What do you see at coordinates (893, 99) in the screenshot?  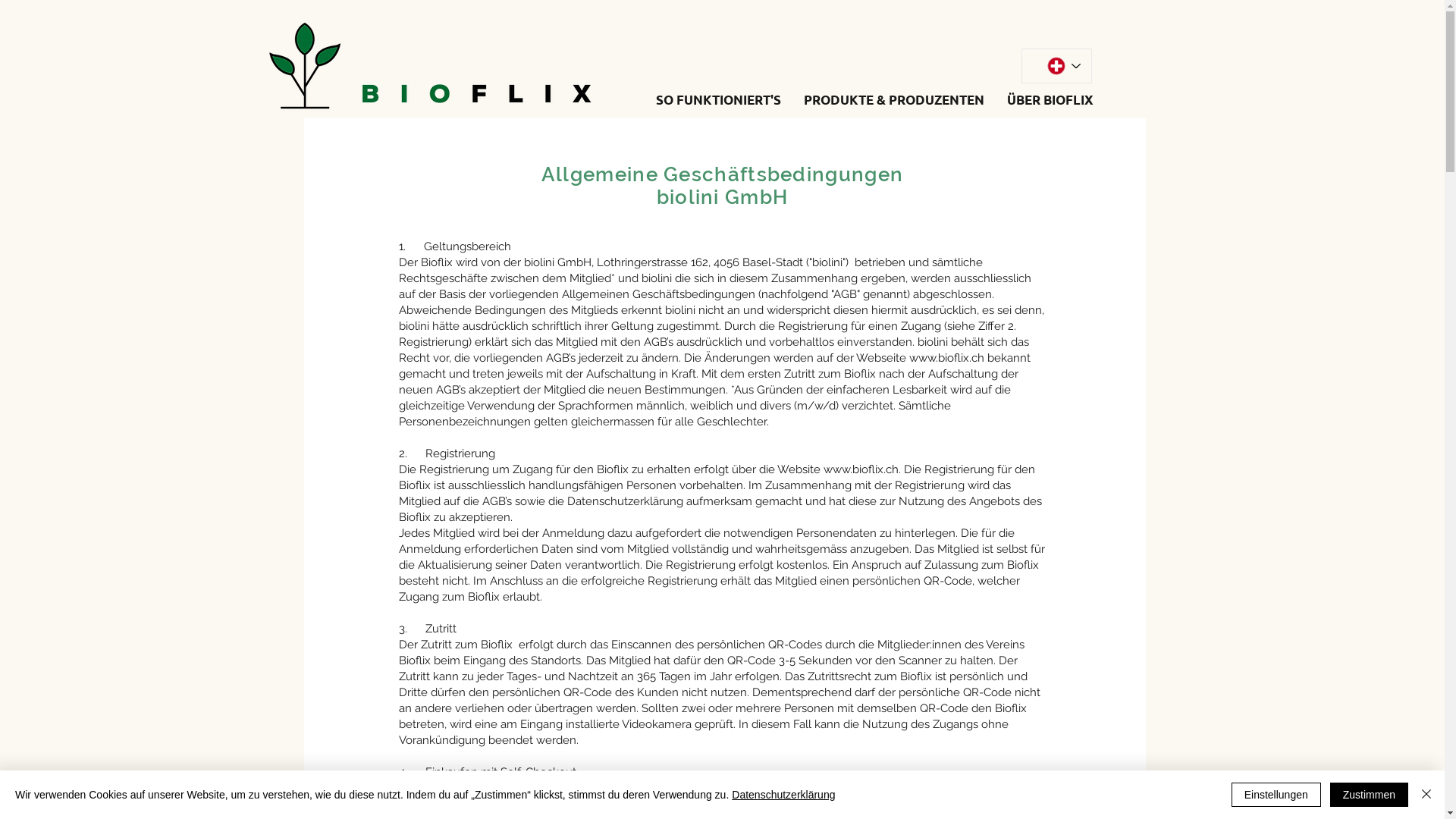 I see `'PRODUKTE & PRODUZENTEN'` at bounding box center [893, 99].